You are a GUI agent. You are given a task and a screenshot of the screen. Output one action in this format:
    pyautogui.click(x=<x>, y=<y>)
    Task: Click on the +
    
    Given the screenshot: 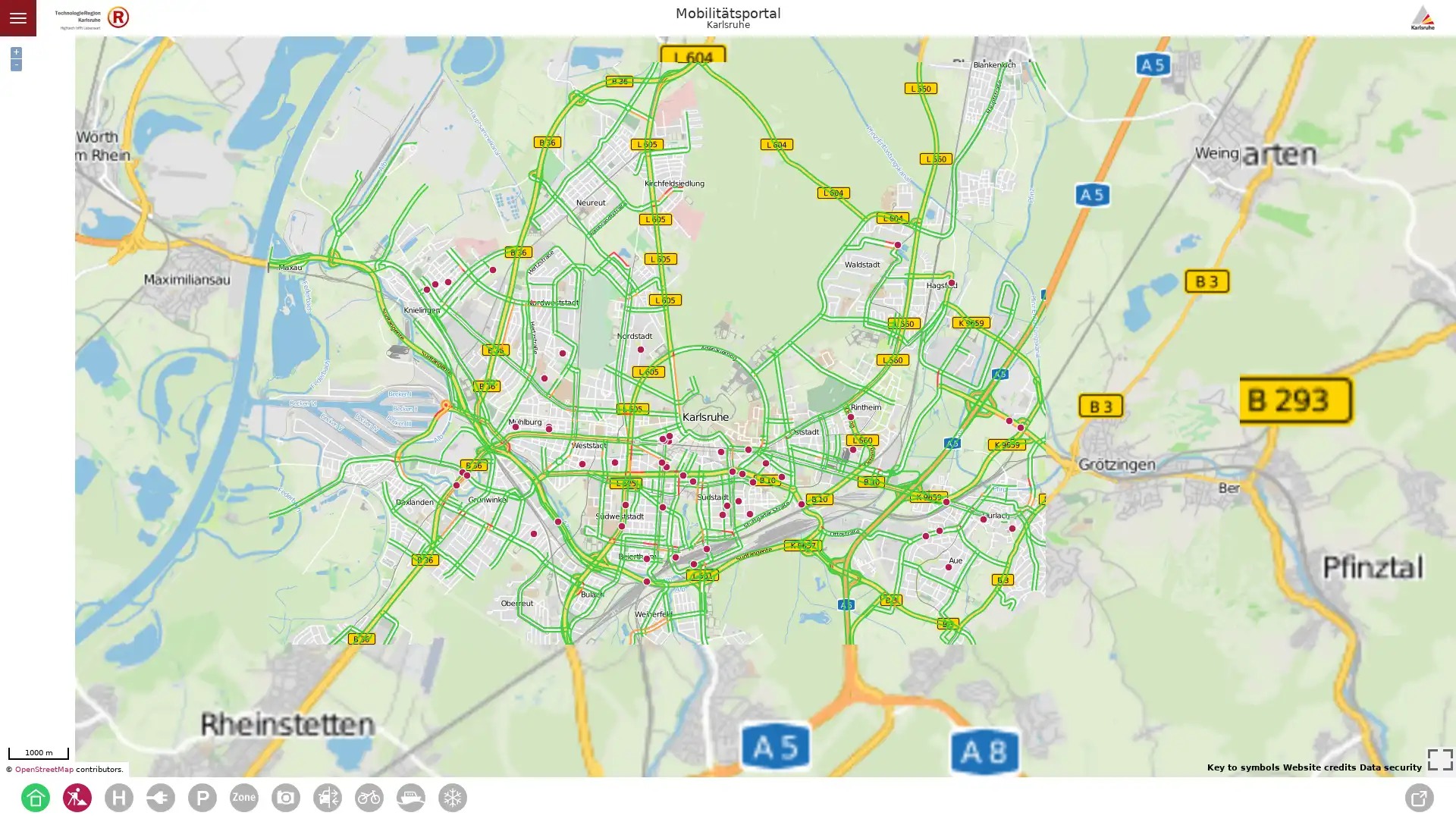 What is the action you would take?
    pyautogui.click(x=16, y=52)
    